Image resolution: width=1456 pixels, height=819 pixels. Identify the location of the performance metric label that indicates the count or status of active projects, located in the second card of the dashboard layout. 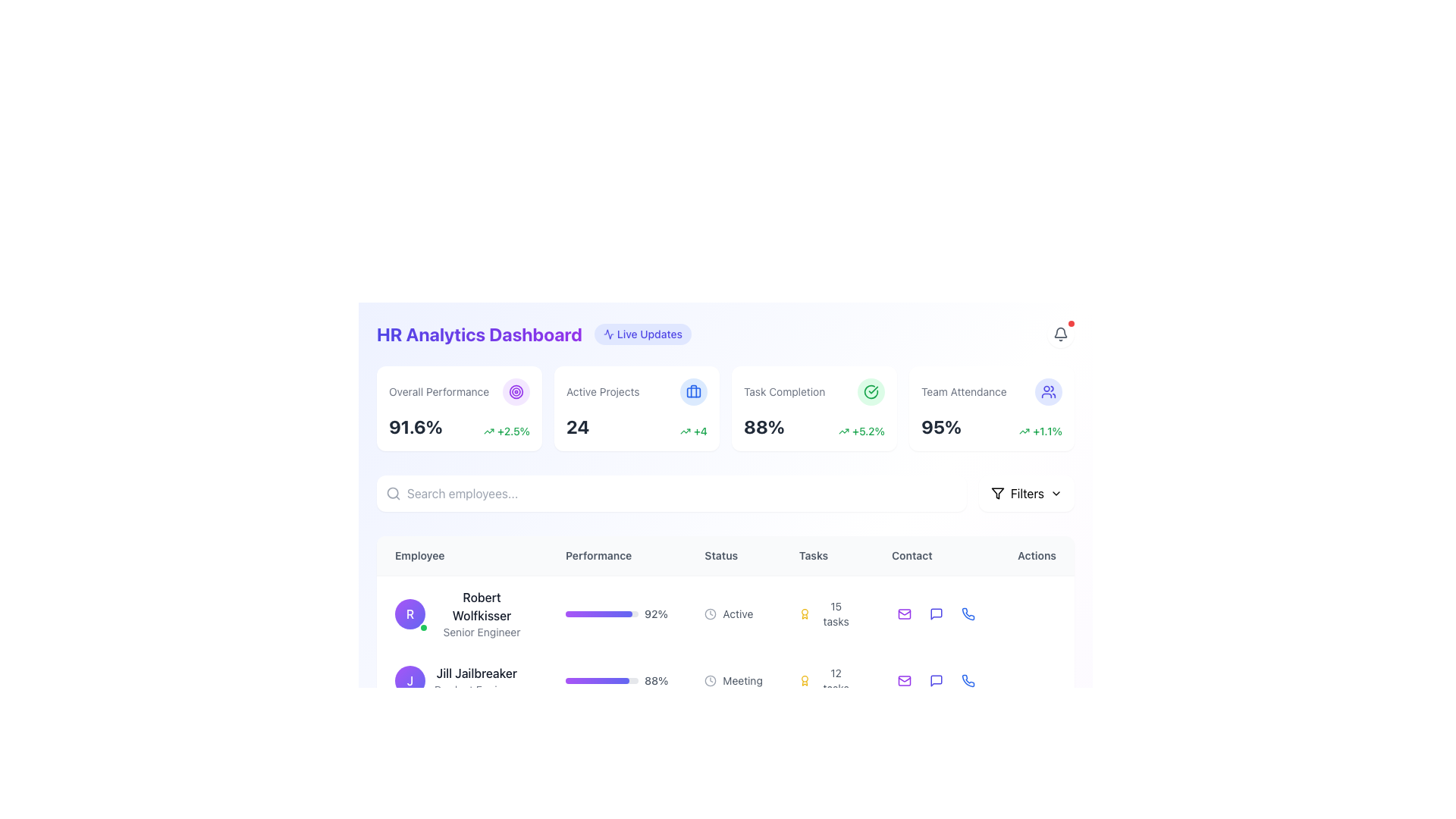
(602, 391).